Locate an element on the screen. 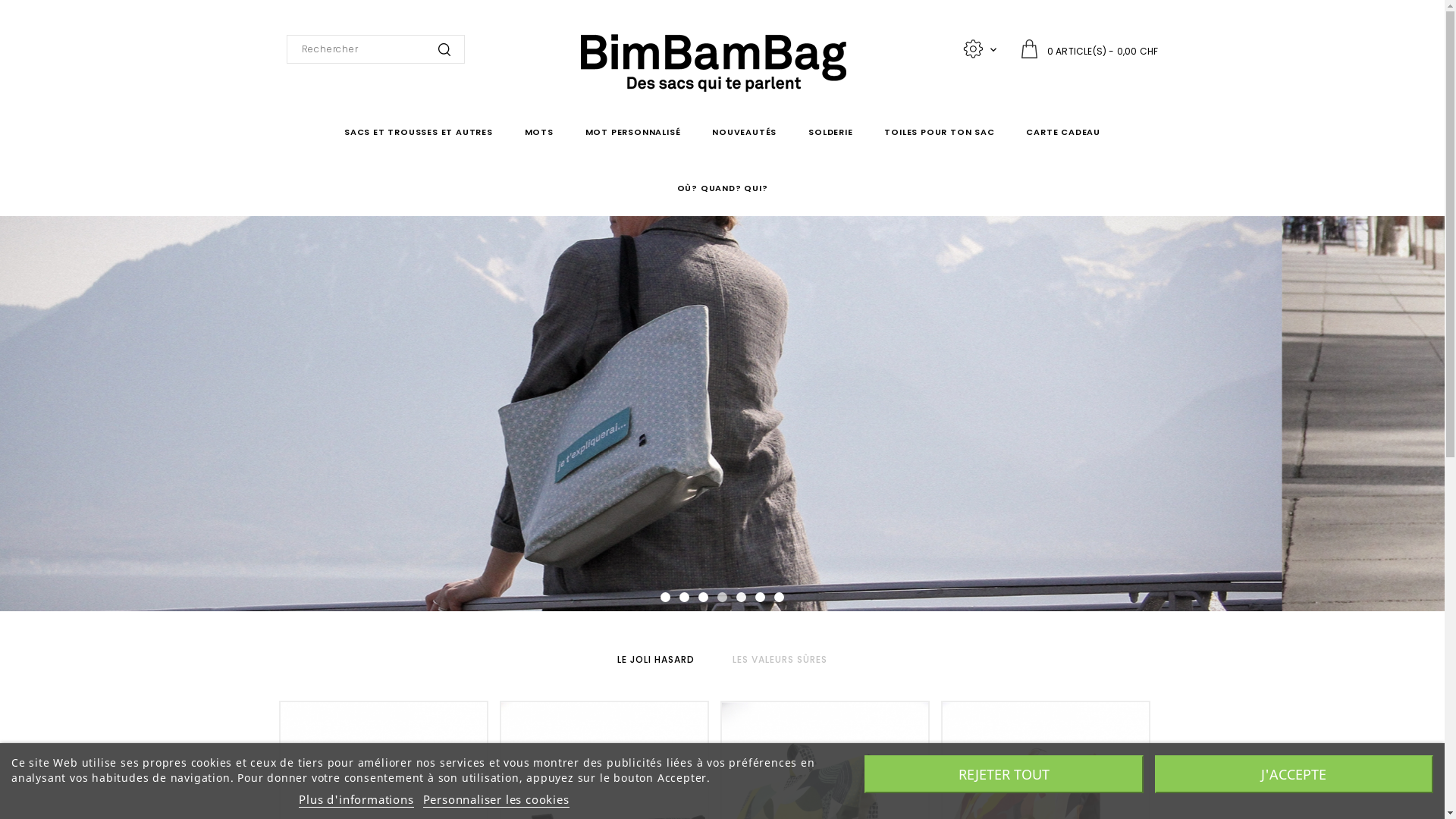 The image size is (1456, 819). '5' is located at coordinates (741, 596).